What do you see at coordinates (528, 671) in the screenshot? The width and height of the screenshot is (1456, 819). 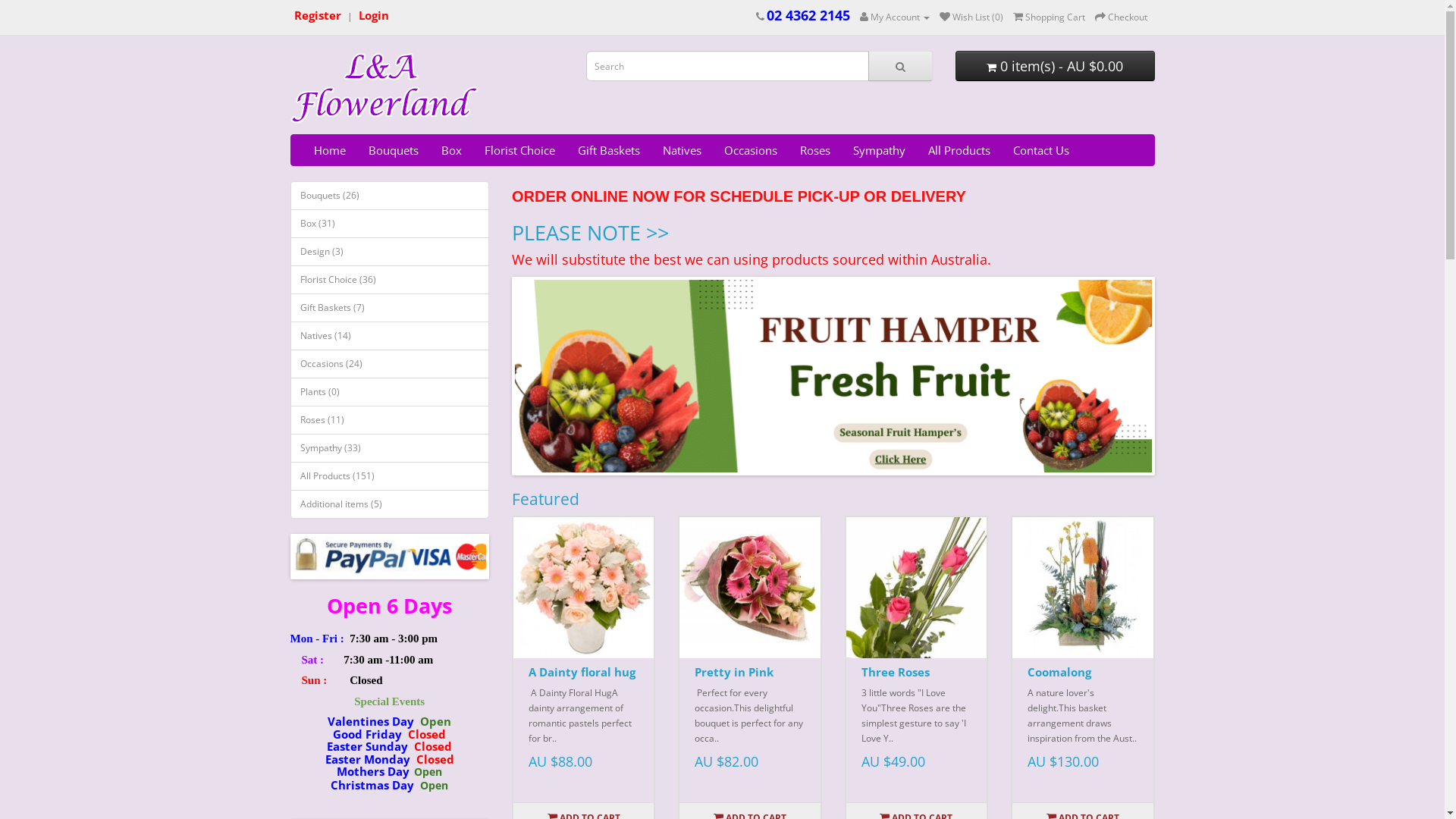 I see `'A Dainty floral hug'` at bounding box center [528, 671].